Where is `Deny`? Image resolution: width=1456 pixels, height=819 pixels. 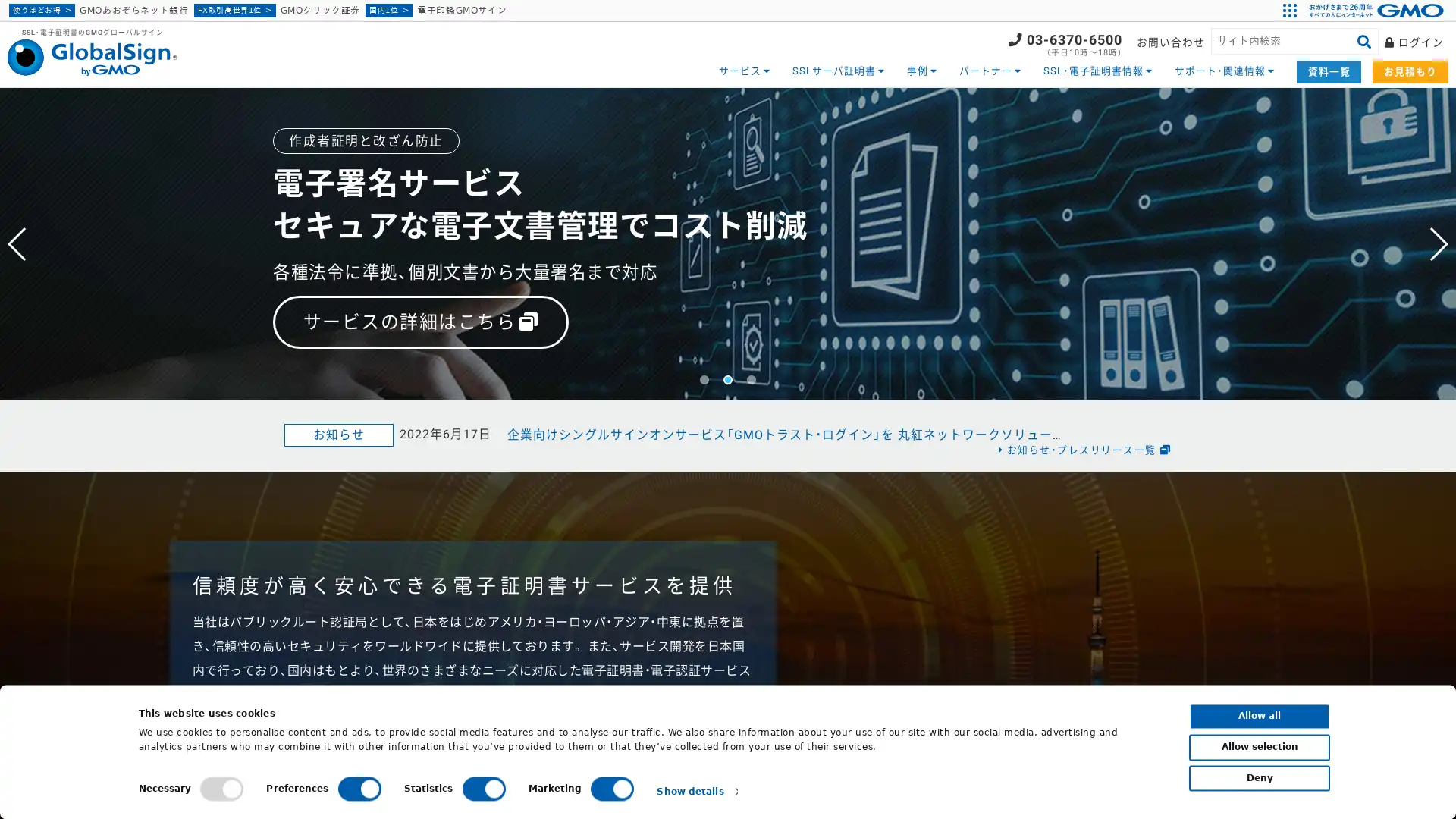
Deny is located at coordinates (1259, 778).